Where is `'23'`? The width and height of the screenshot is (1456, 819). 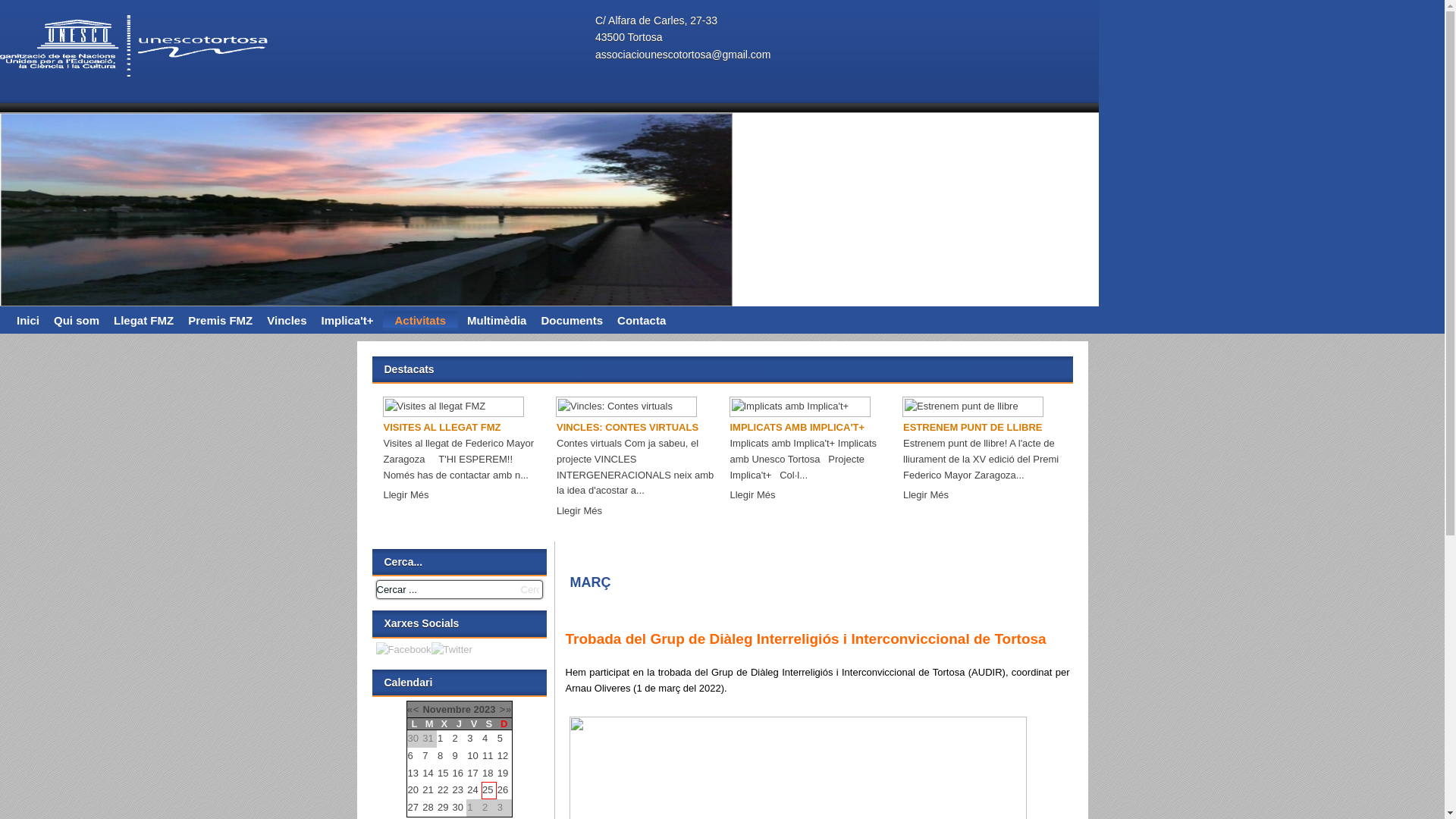 '23' is located at coordinates (451, 789).